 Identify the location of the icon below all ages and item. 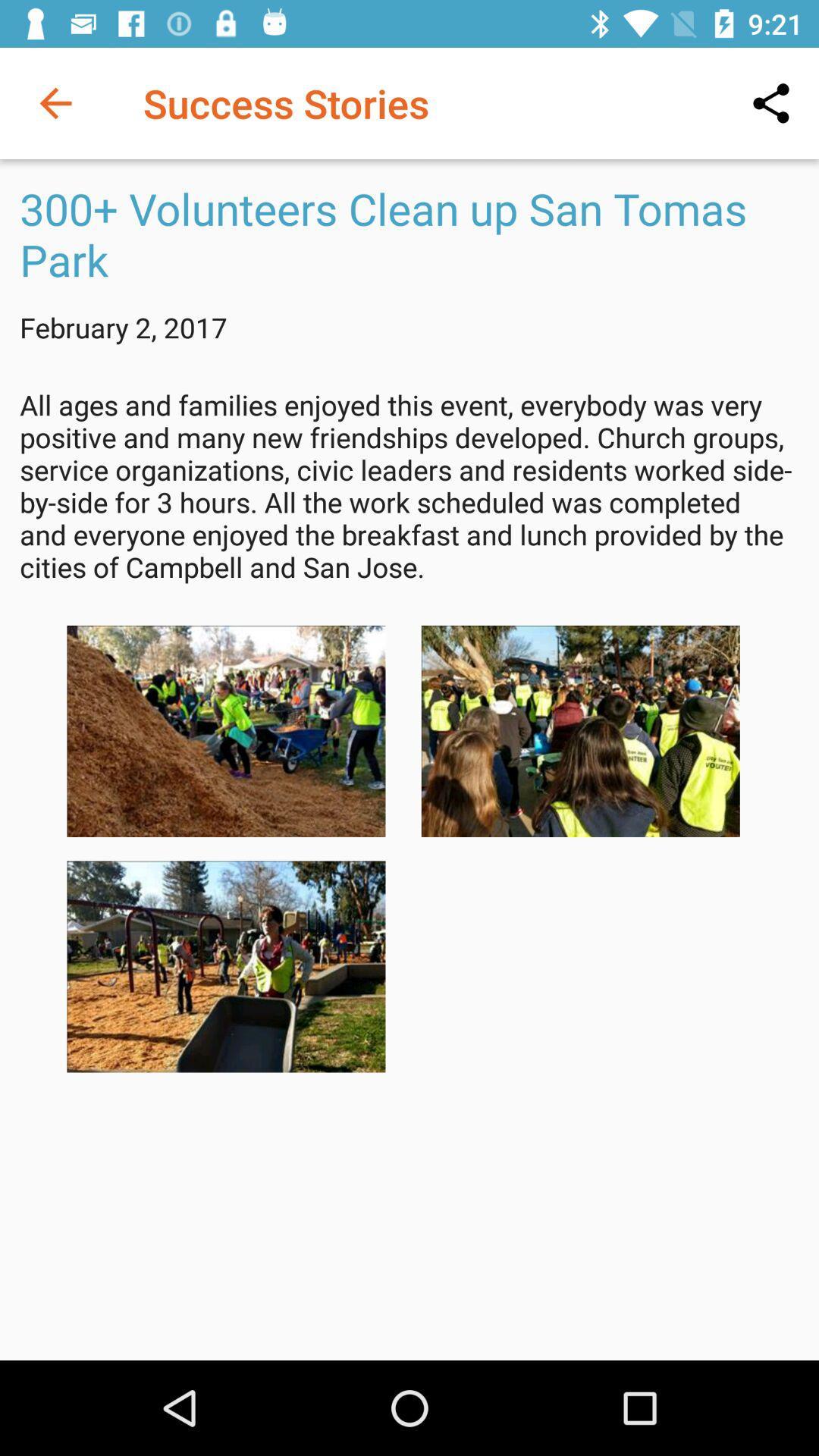
(580, 731).